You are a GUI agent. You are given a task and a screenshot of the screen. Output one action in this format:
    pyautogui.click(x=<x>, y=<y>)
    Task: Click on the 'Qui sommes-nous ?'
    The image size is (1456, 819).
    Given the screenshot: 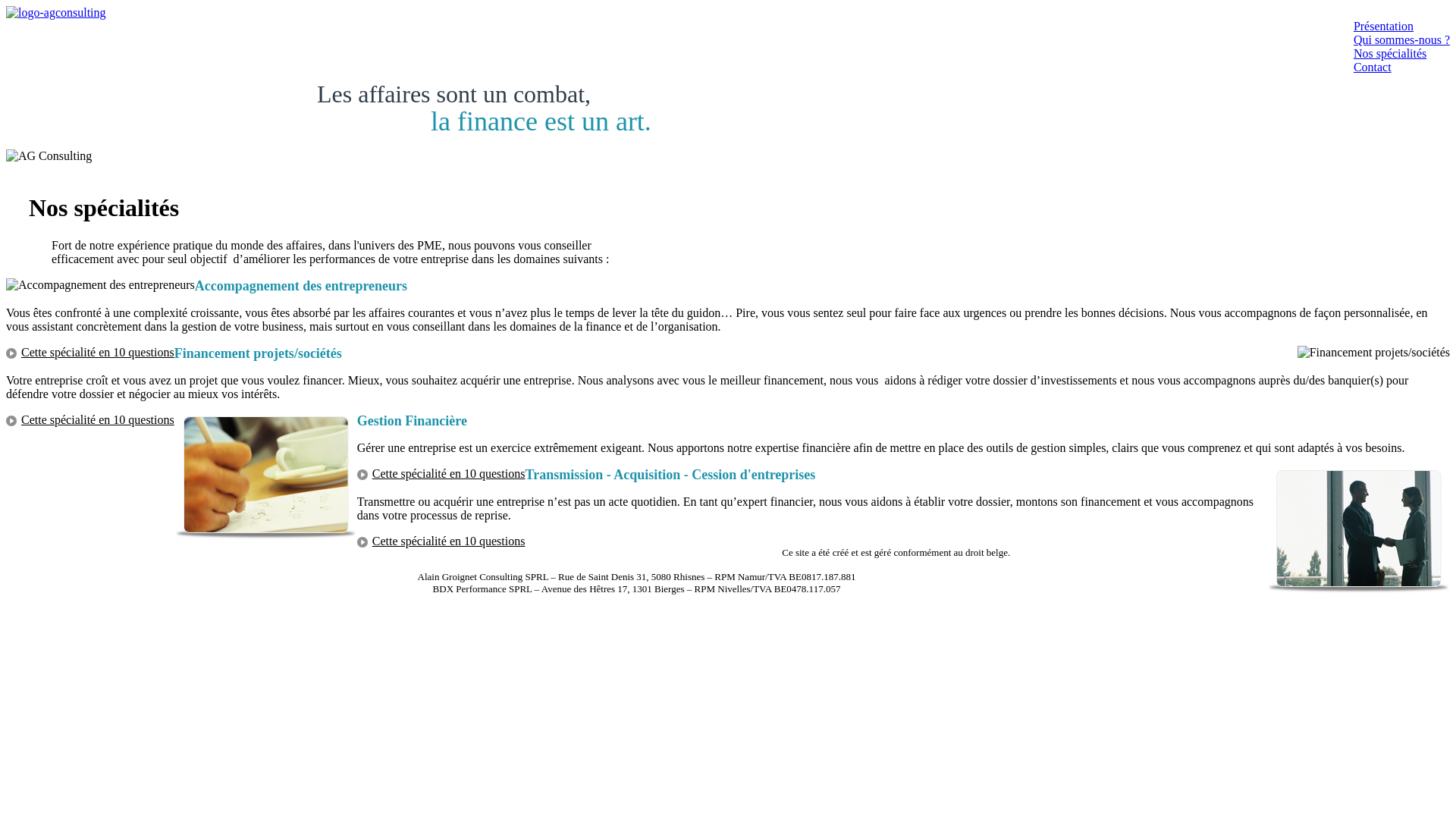 What is the action you would take?
    pyautogui.click(x=1401, y=39)
    